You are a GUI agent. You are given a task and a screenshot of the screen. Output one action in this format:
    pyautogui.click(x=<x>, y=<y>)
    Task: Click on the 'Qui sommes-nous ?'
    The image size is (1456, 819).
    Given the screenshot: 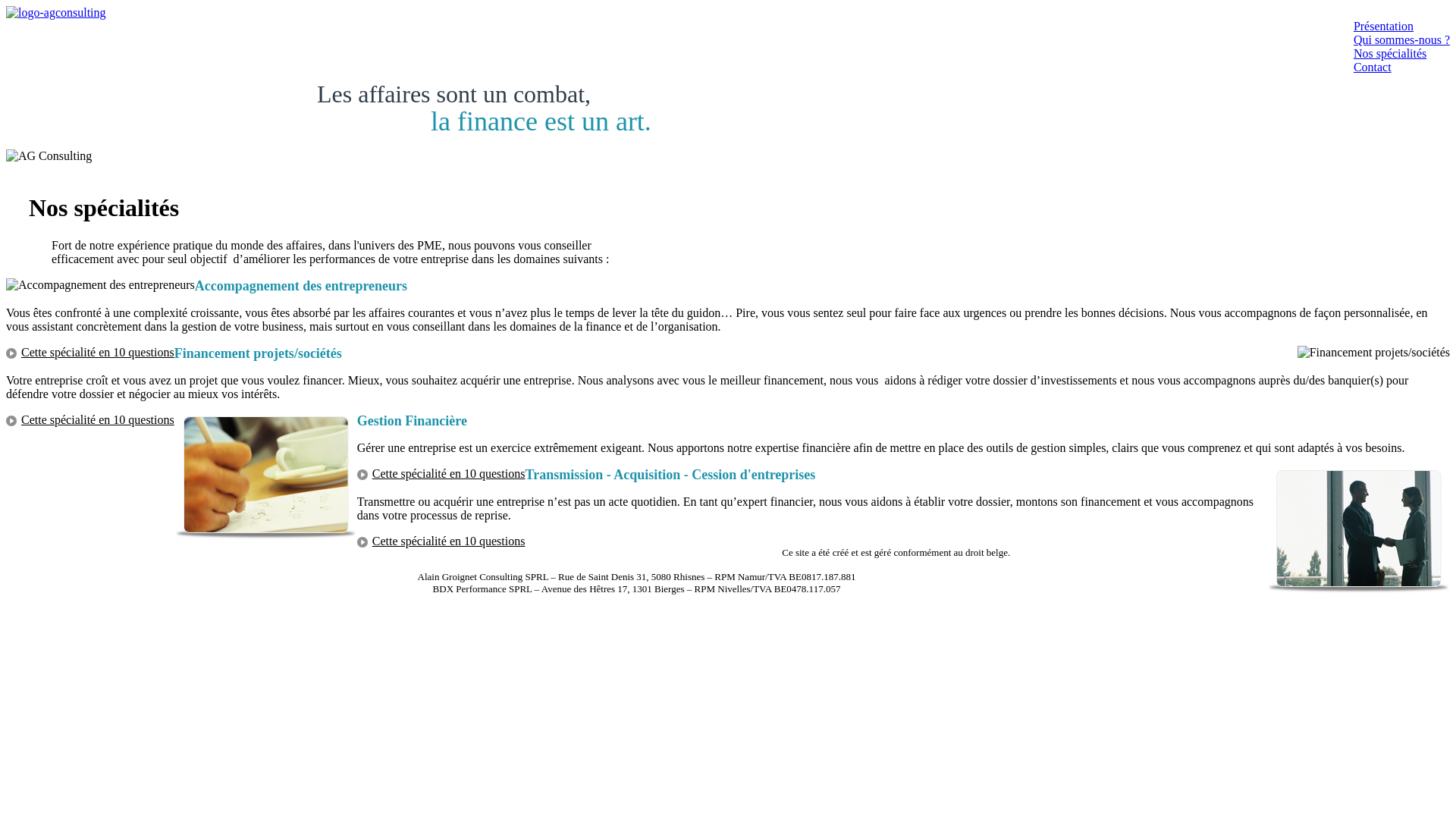 What is the action you would take?
    pyautogui.click(x=1401, y=39)
    